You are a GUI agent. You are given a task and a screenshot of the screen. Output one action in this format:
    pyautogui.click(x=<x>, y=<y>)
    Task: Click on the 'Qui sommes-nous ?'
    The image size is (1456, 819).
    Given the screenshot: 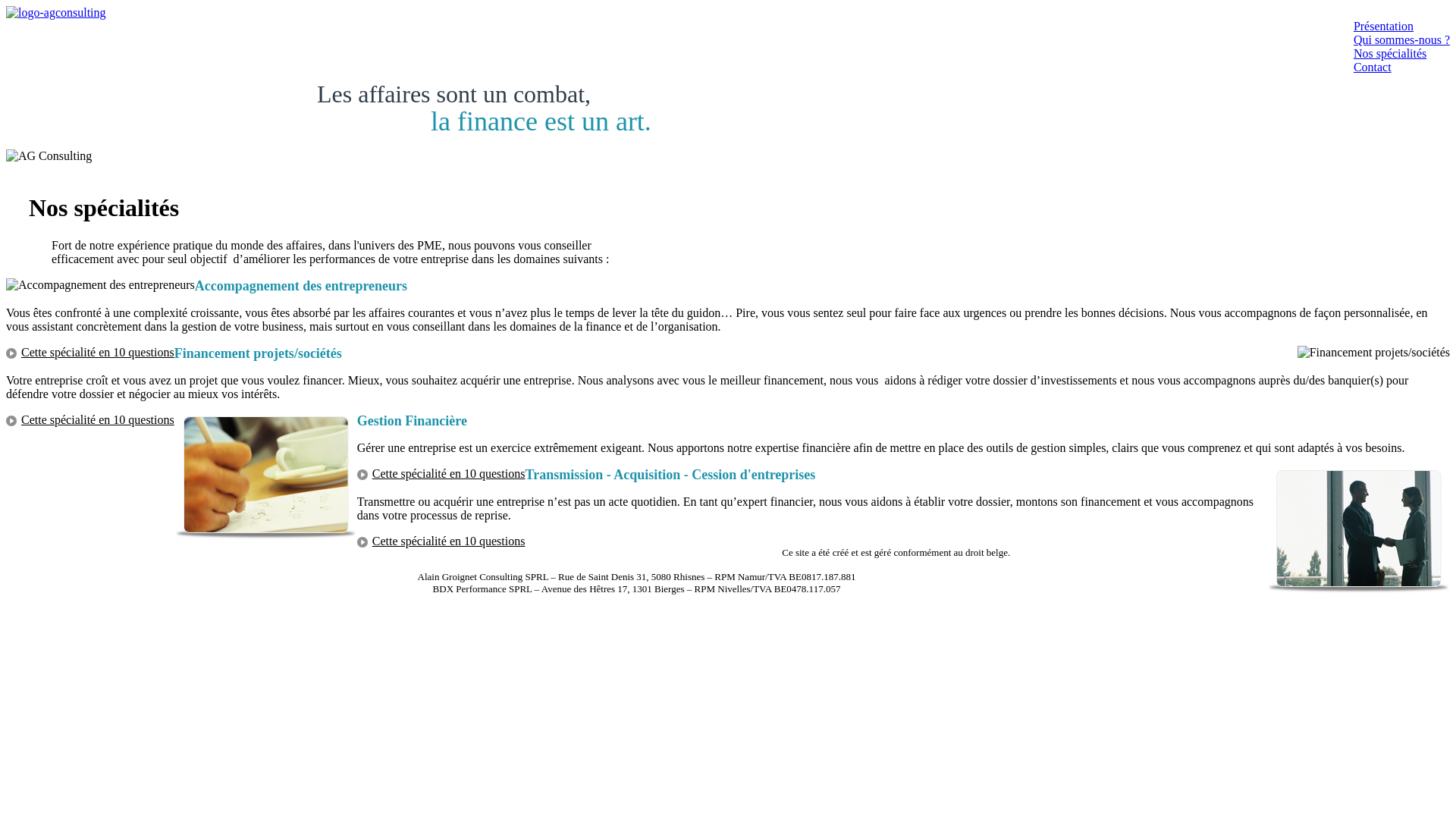 What is the action you would take?
    pyautogui.click(x=1401, y=39)
    